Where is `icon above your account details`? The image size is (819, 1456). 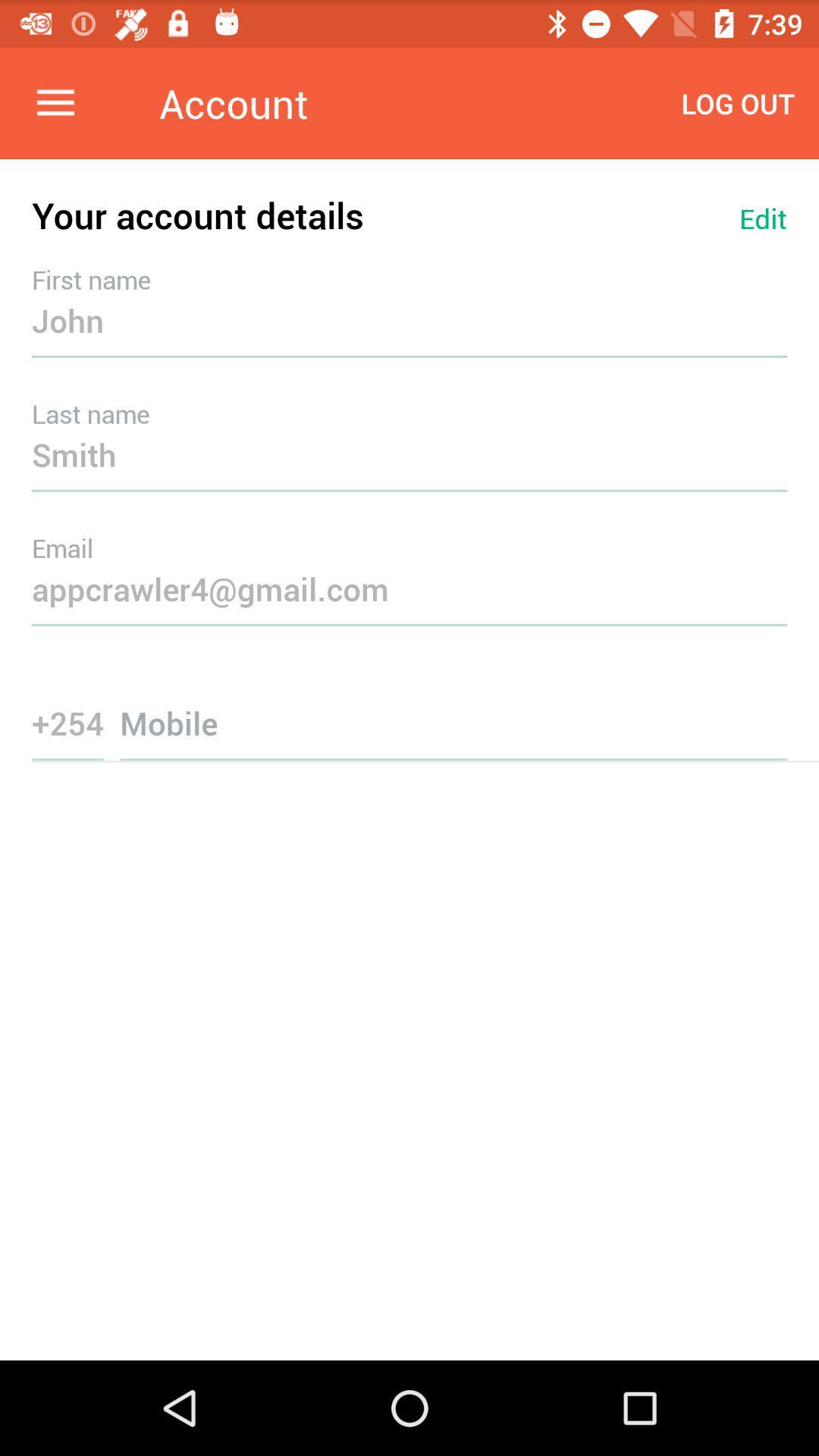
icon above your account details is located at coordinates (55, 102).